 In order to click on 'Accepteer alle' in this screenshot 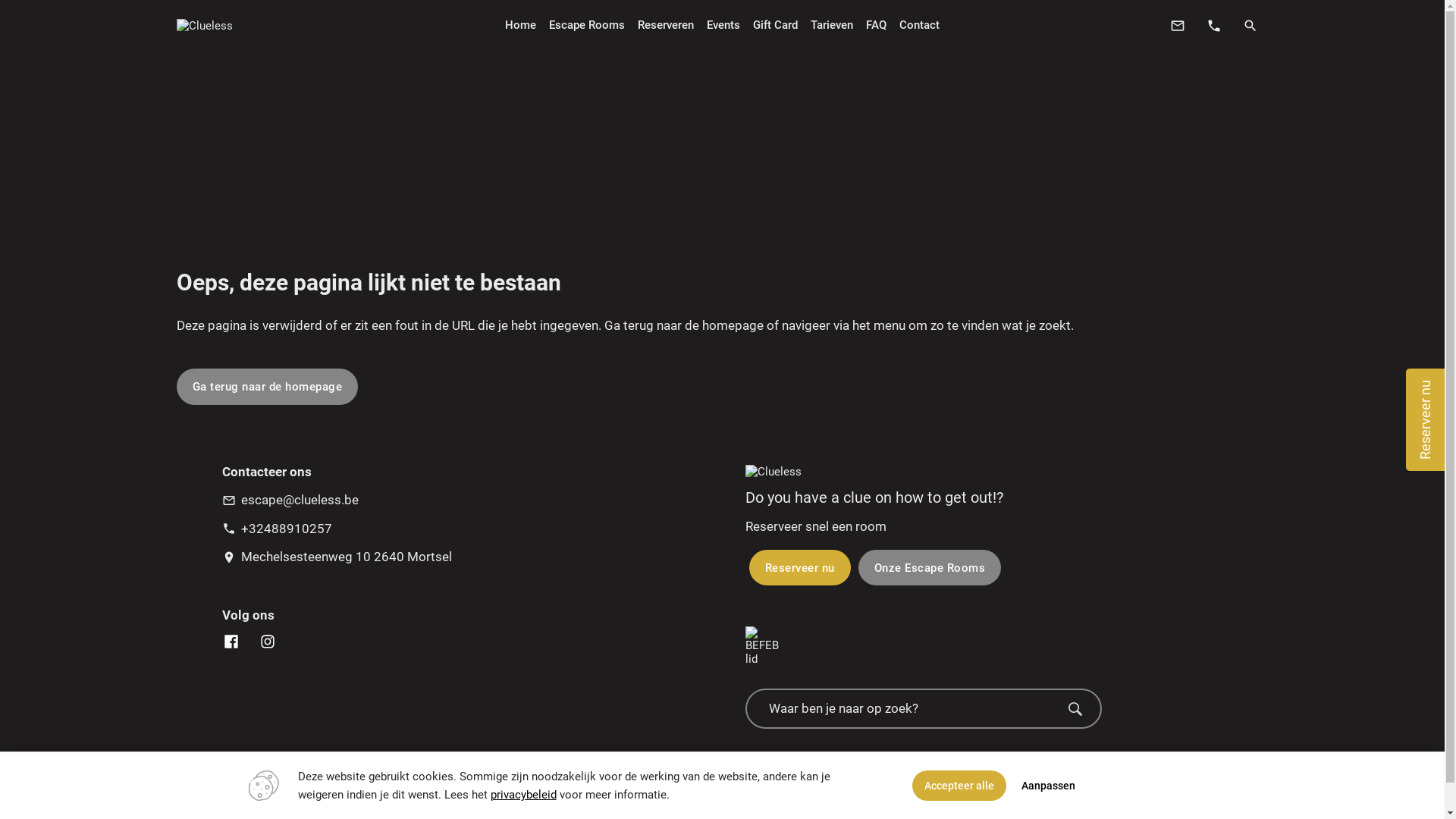, I will do `click(957, 785)`.